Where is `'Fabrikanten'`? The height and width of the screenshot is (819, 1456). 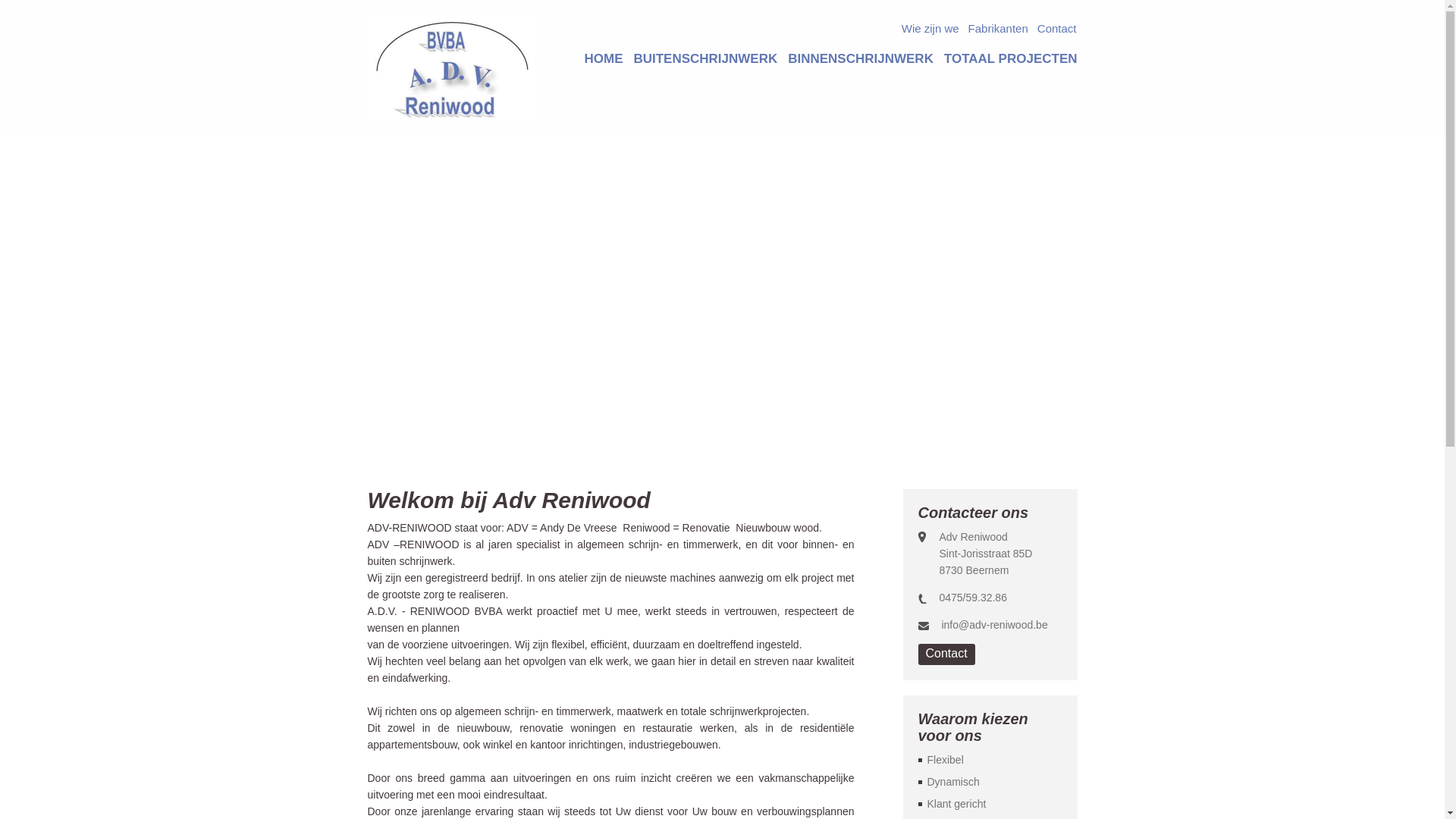
'Fabrikanten' is located at coordinates (998, 30).